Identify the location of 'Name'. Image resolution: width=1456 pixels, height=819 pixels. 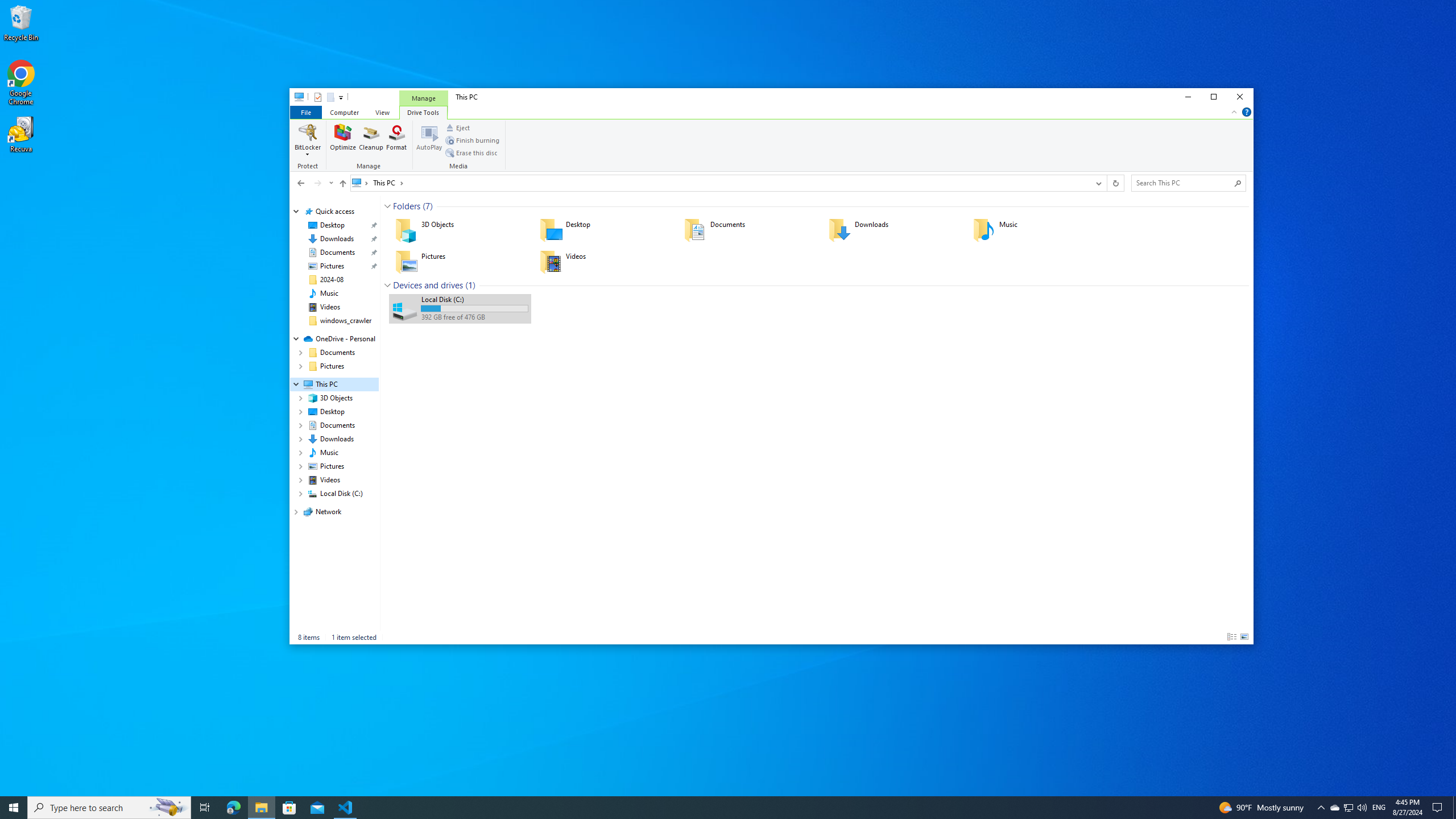
(474, 299).